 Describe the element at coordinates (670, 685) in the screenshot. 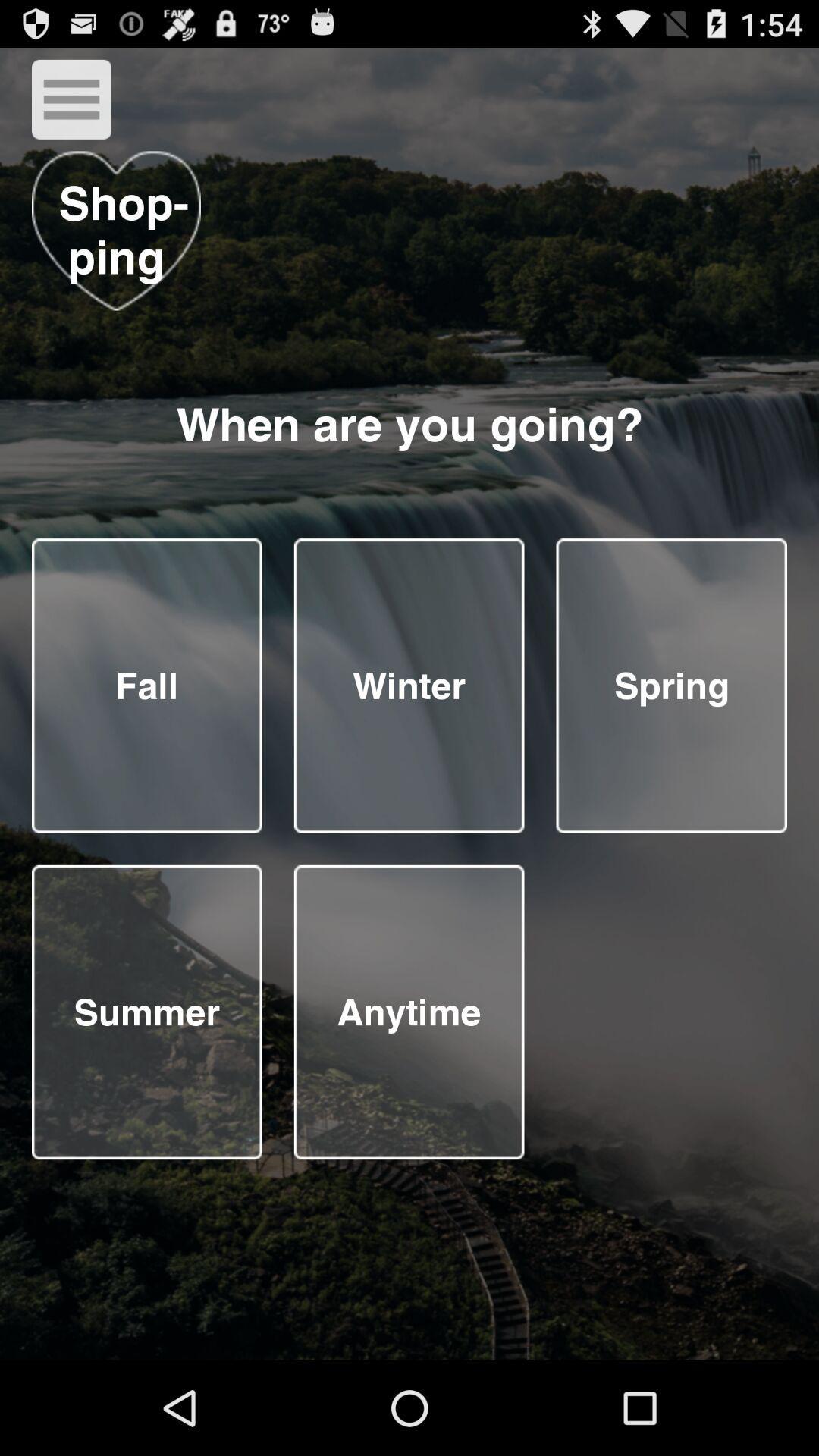

I see `spring` at that location.